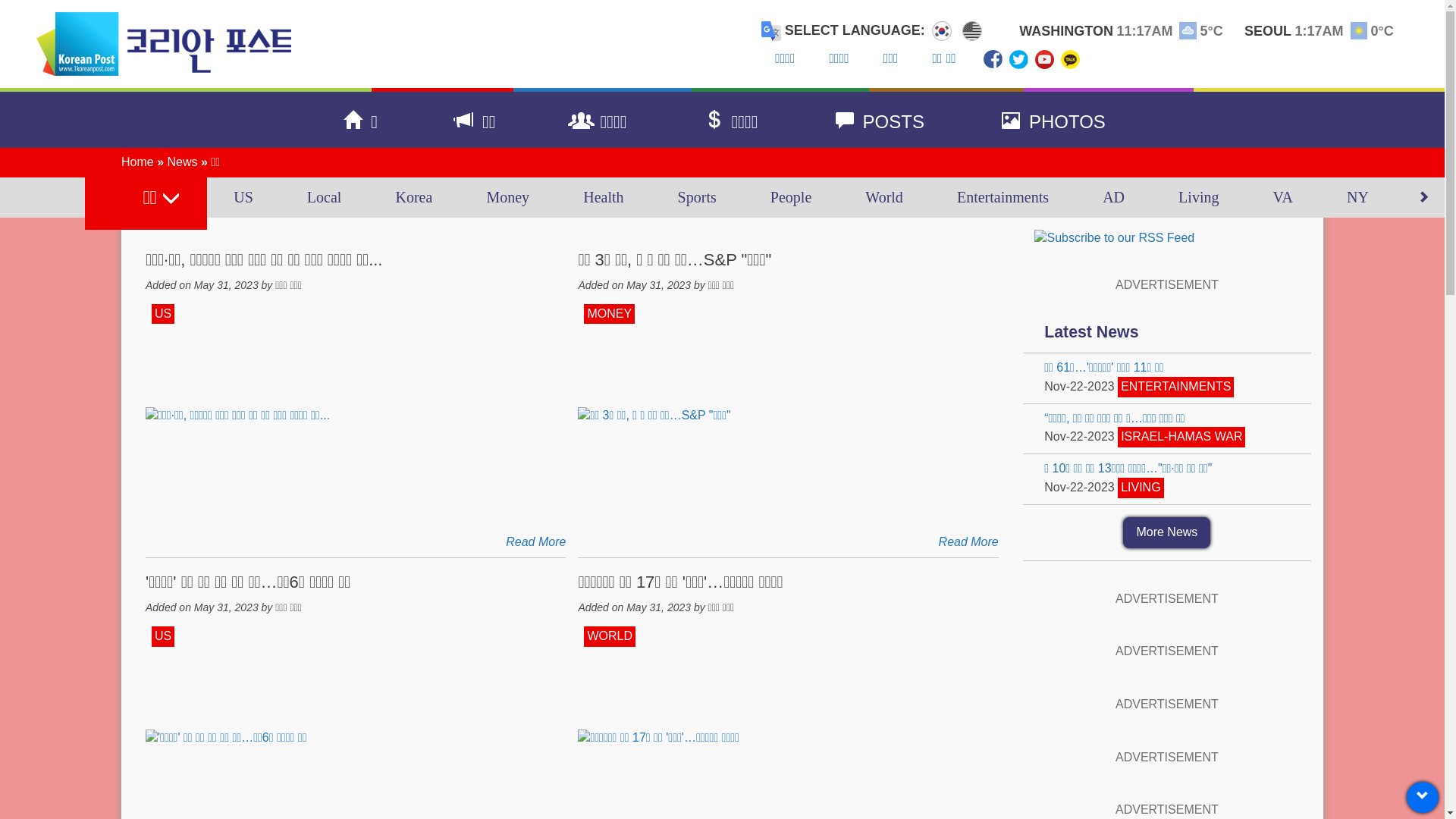  Describe the element at coordinates (1181, 437) in the screenshot. I see `'ISRAEL-HAMAS WAR'` at that location.